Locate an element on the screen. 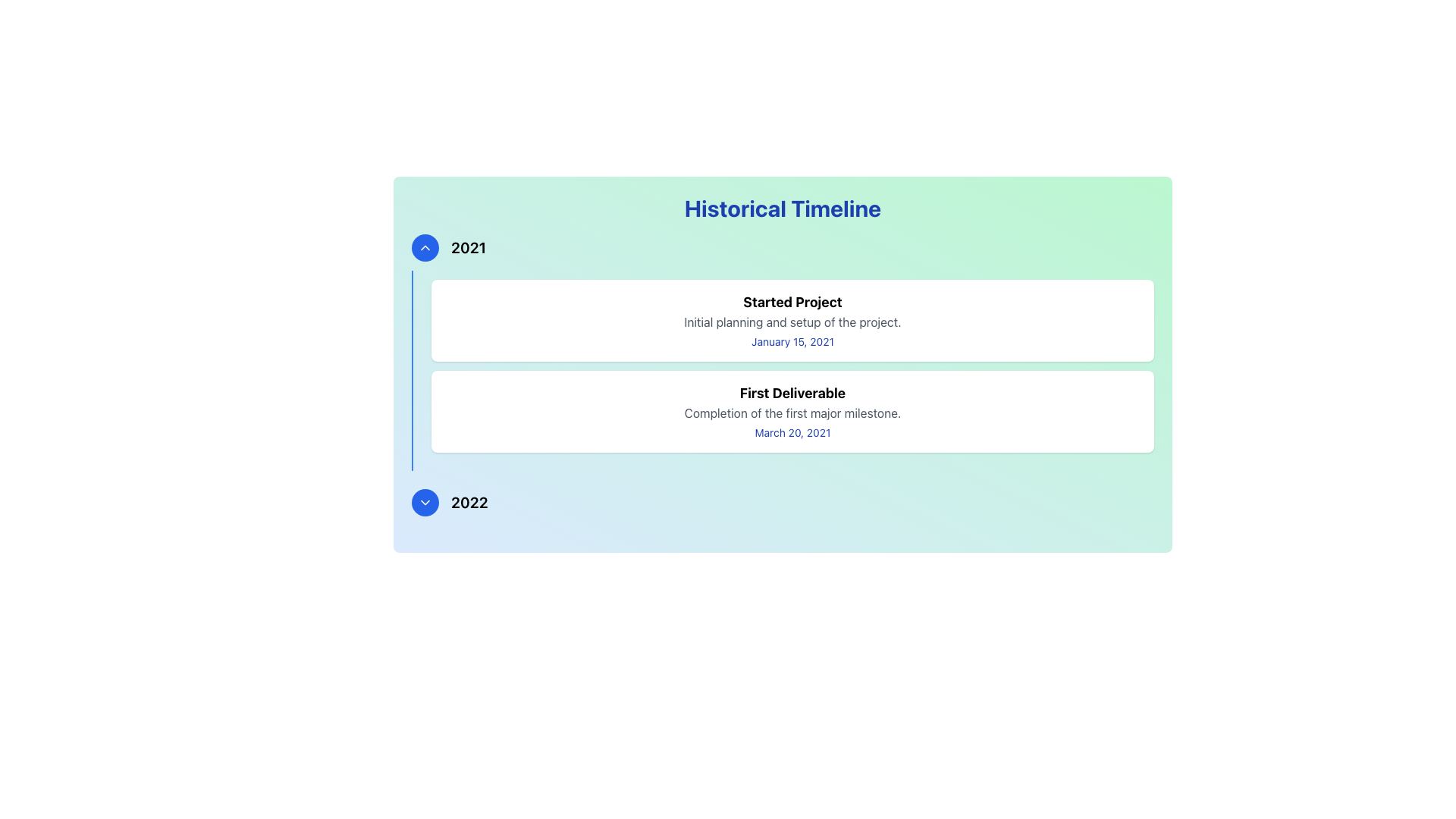  the text element titled 'Started Project', which is styled in bold, large black font and positioned at the upper part of a timeline card, just below the '2021' label is located at coordinates (792, 302).